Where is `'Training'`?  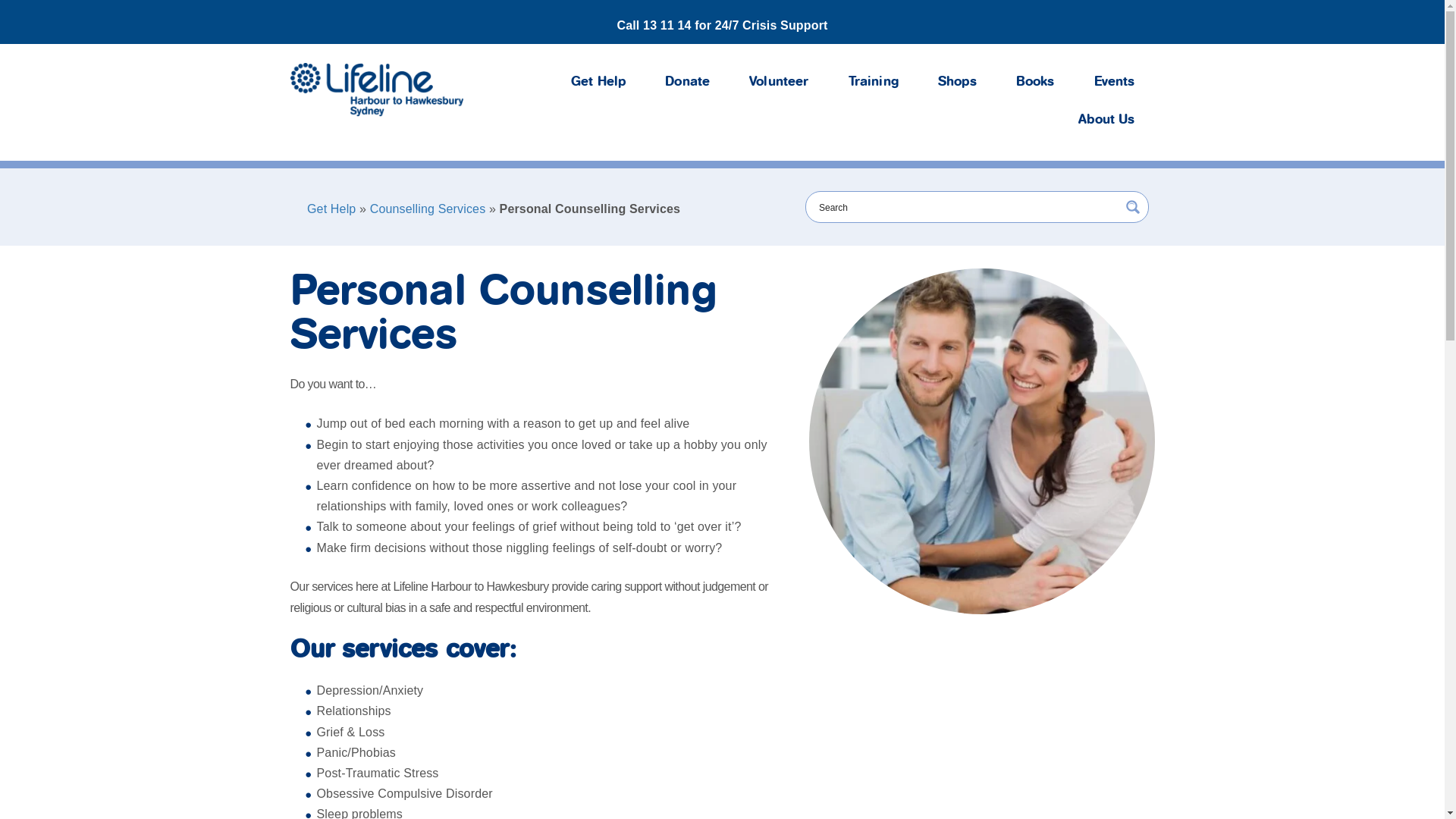
'Training' is located at coordinates (874, 82).